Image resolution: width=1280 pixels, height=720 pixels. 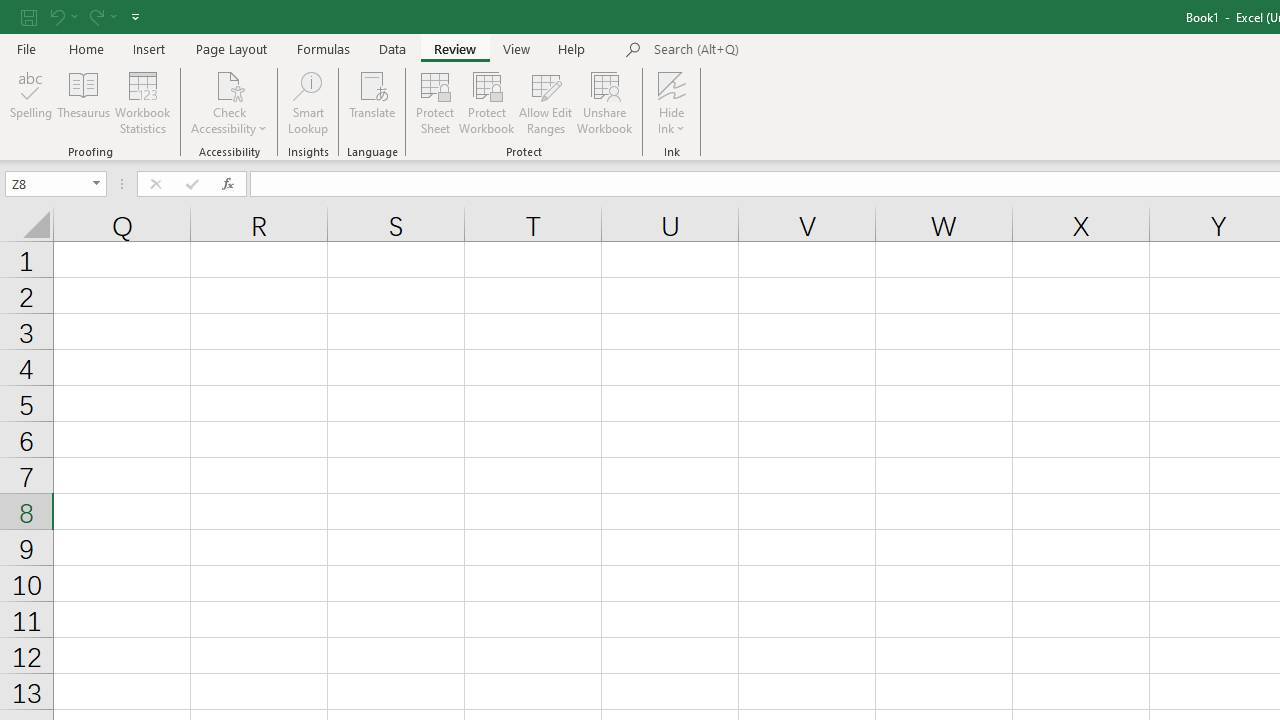 What do you see at coordinates (571, 48) in the screenshot?
I see `'Help'` at bounding box center [571, 48].